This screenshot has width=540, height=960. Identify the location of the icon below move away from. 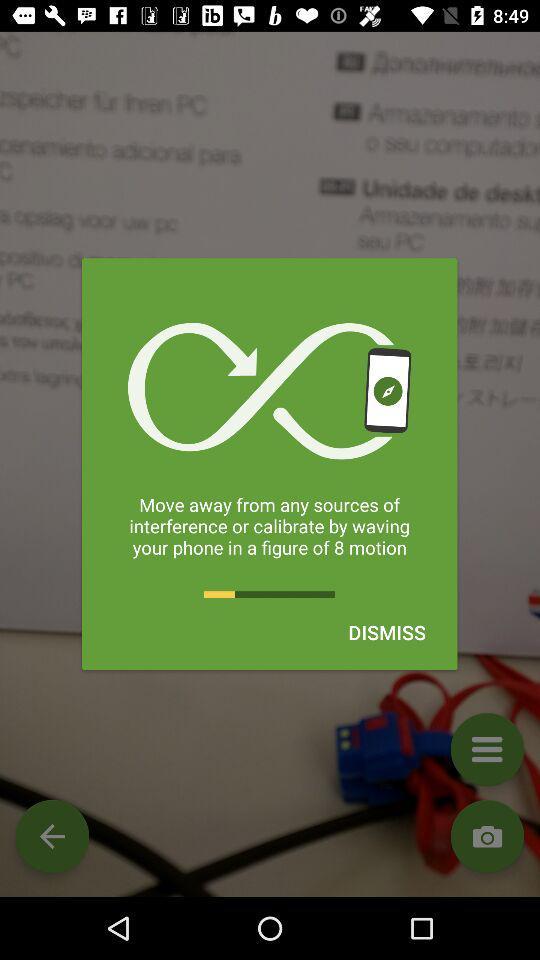
(387, 631).